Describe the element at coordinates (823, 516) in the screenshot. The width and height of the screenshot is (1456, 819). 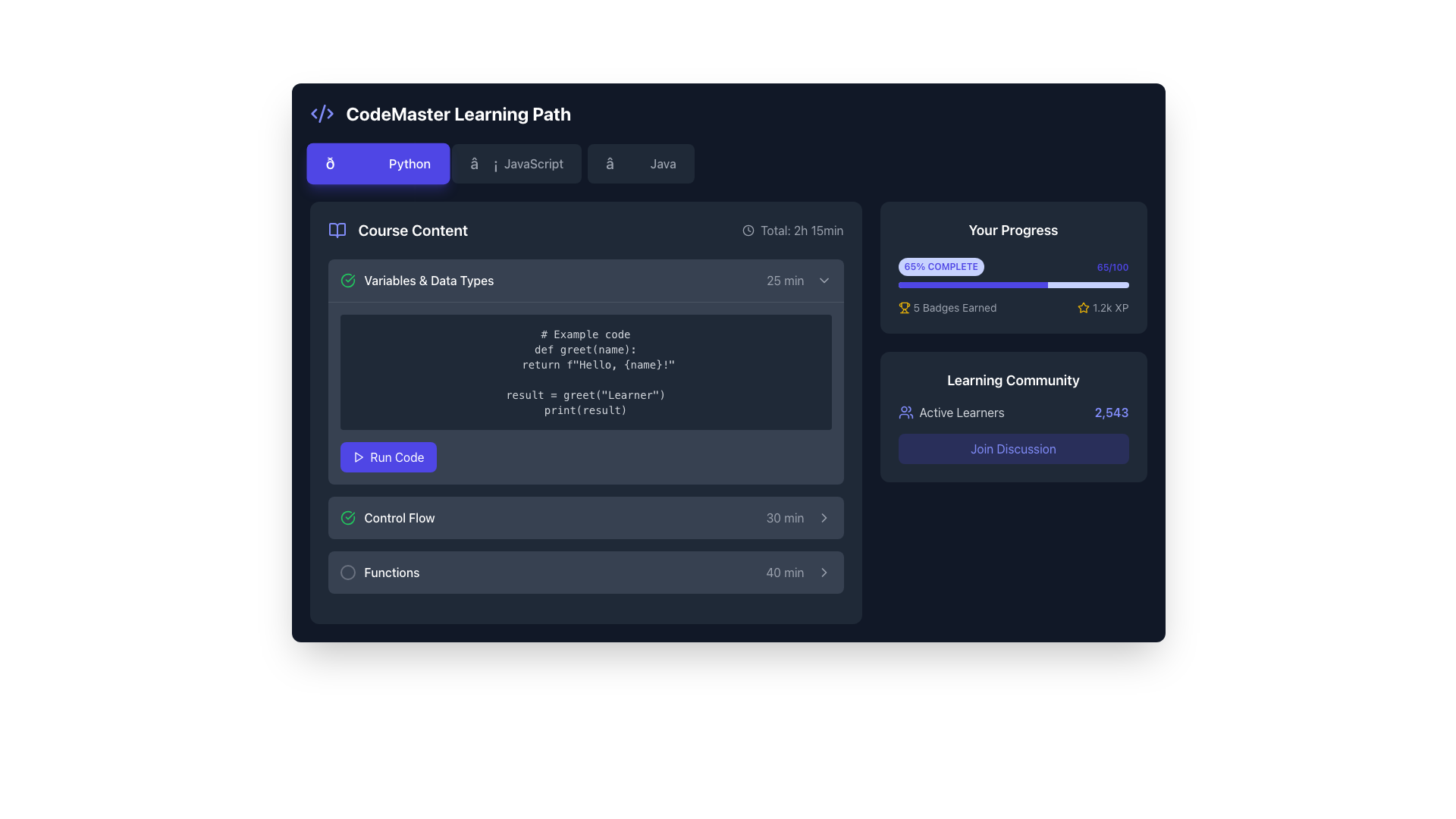
I see `the navigation chevron icon for the 'Control Flow' section` at that location.